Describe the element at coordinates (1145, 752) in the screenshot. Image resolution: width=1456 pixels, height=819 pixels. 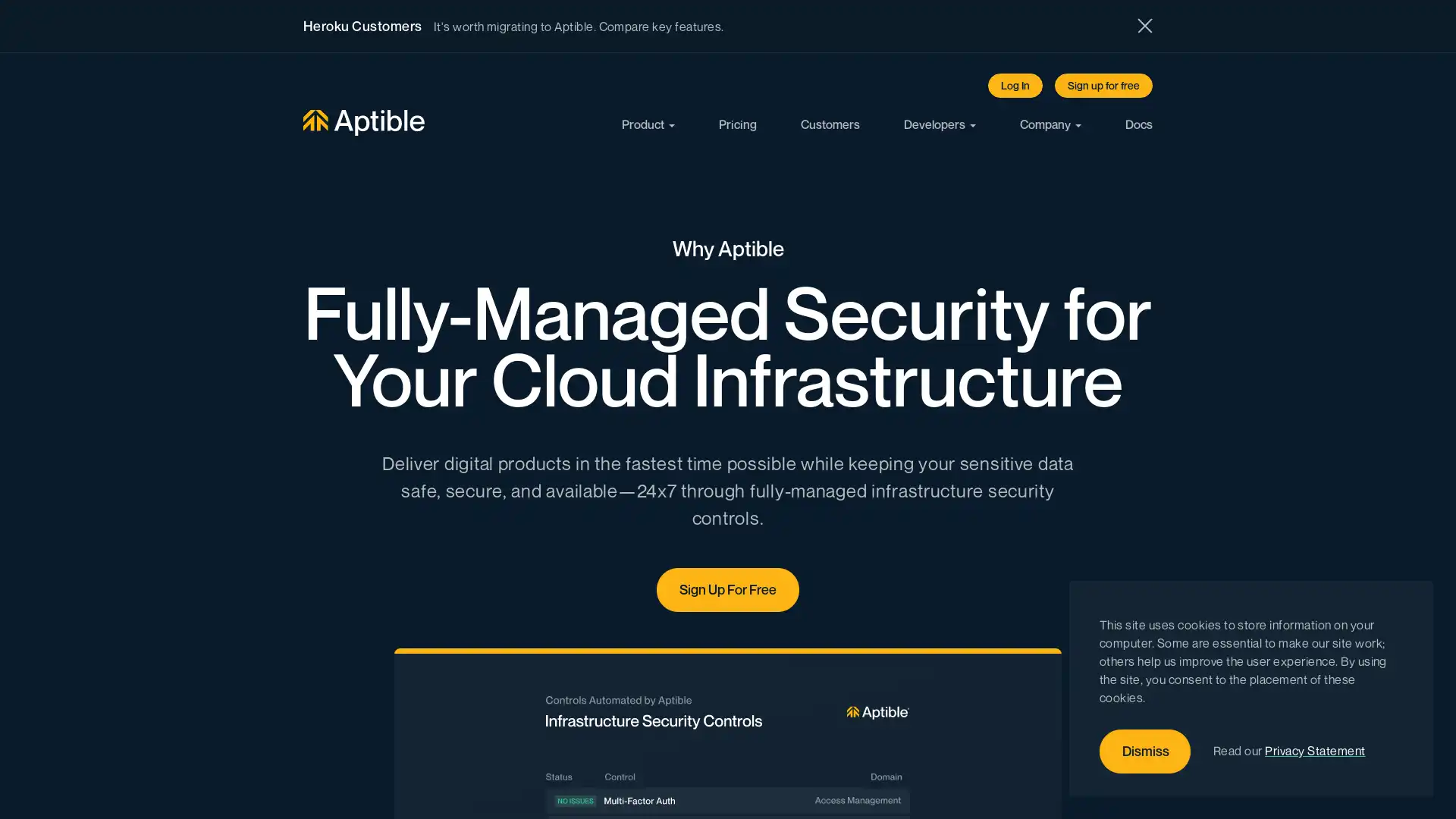
I see `Dismiss` at that location.